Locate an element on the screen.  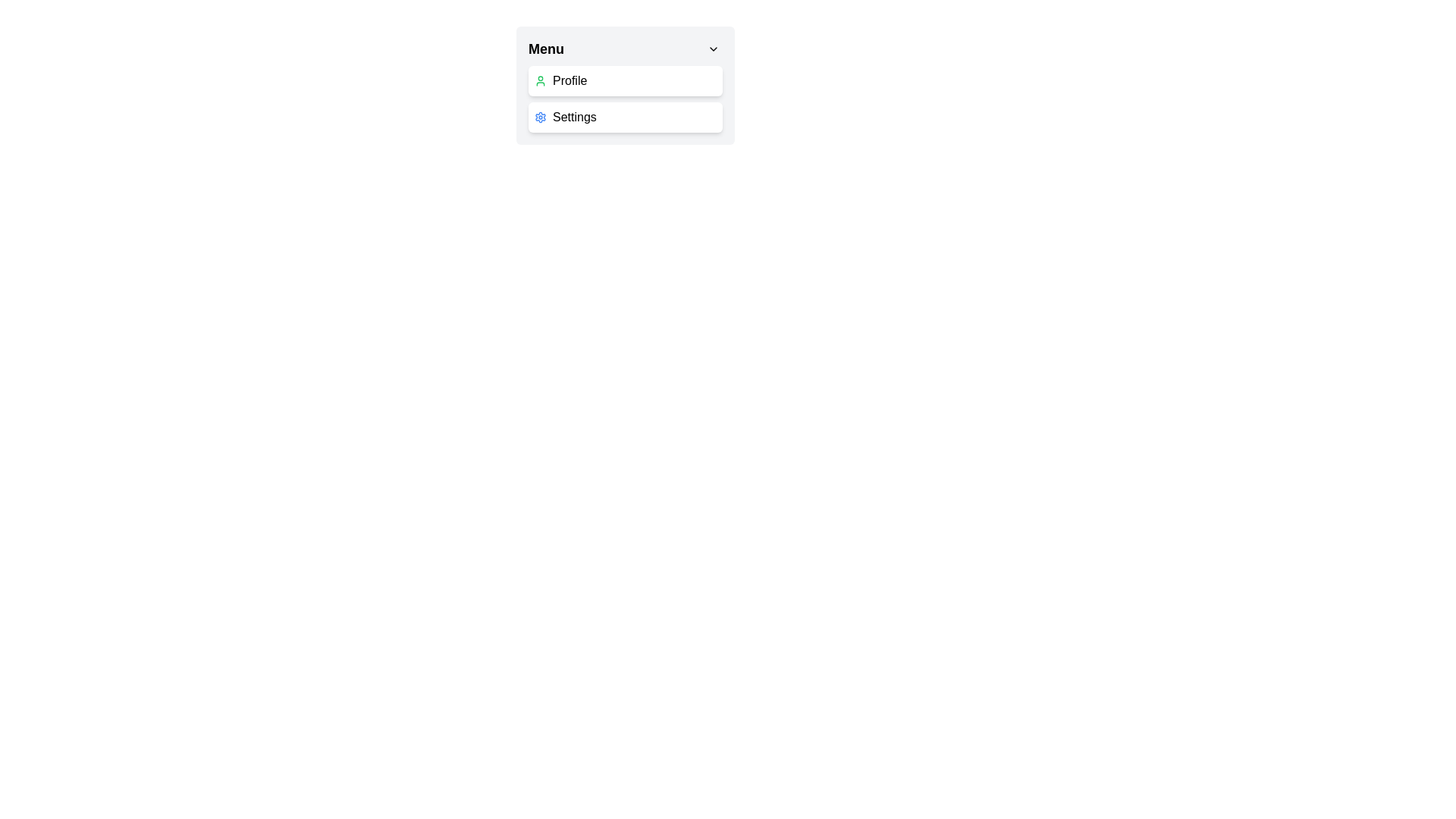
the Text Label indicating a settings-related option located in the lower section of the menu dropdown, to the right of a gear-shaped icon is located at coordinates (573, 116).